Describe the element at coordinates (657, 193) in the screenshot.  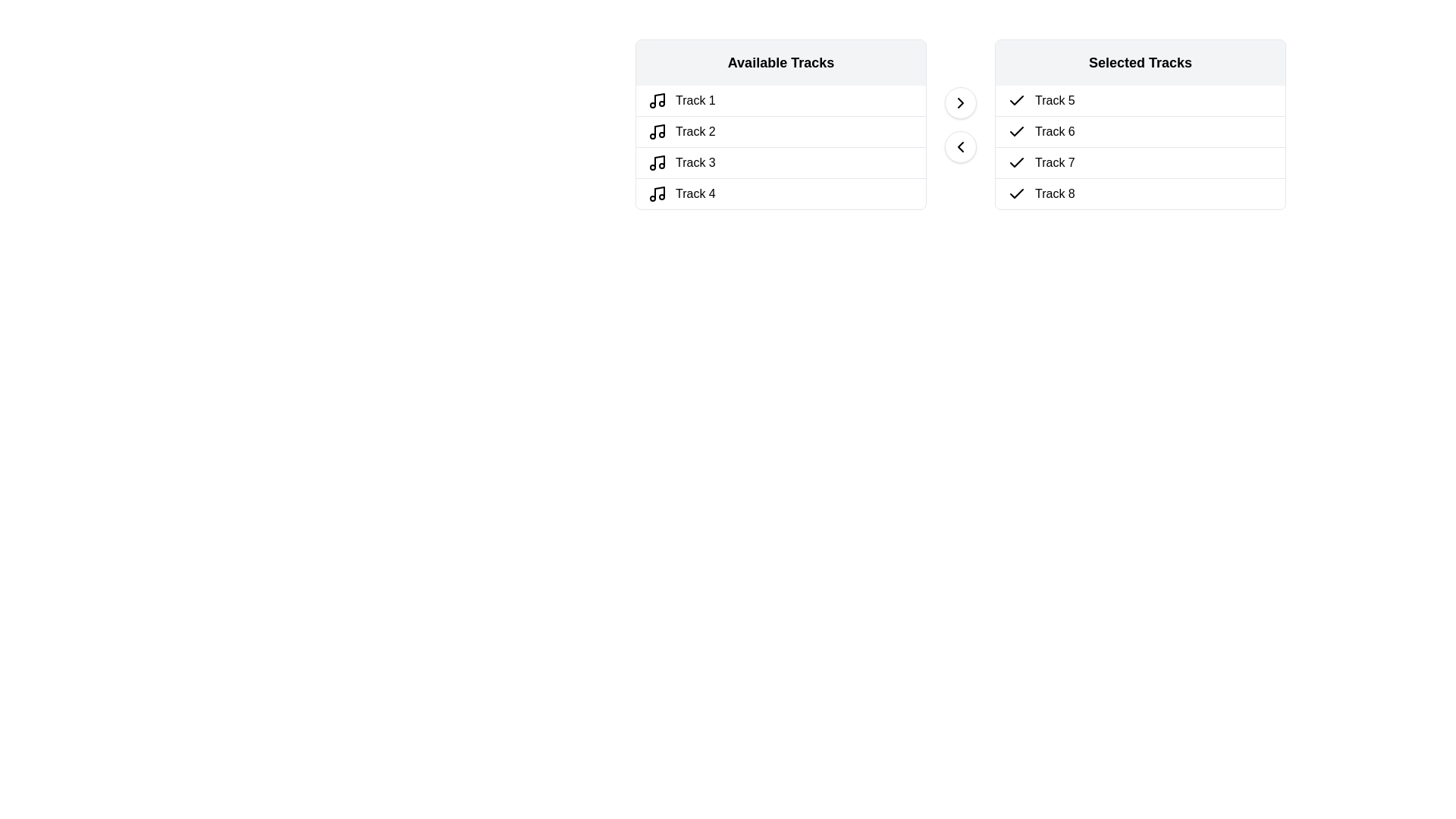
I see `the musical note icon, which is an outline style icon located to the left of the text 'Track 4' in the fourth row of the 'Available Tracks' list` at that location.